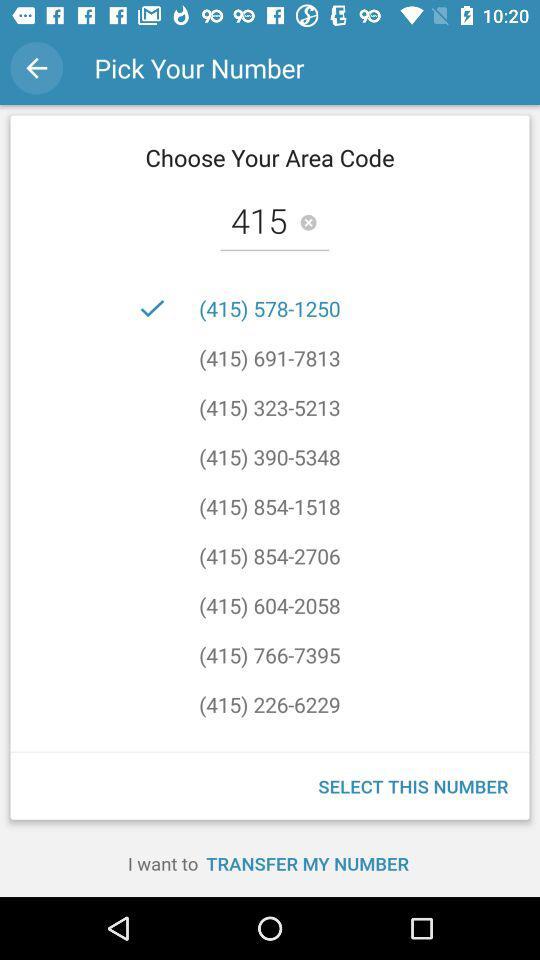 The width and height of the screenshot is (540, 960). What do you see at coordinates (36, 68) in the screenshot?
I see `the icon to the left of pick your number` at bounding box center [36, 68].